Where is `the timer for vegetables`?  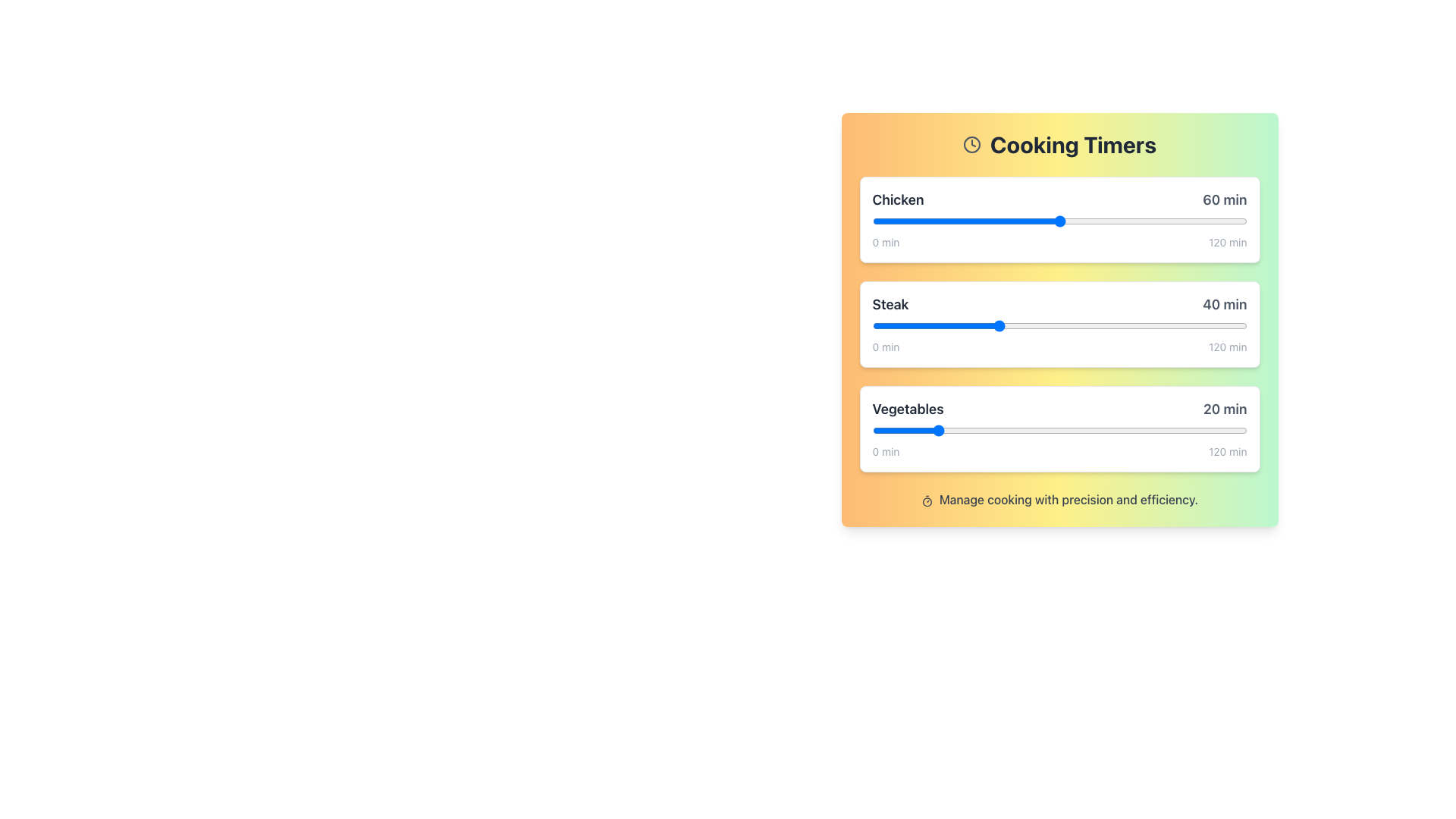
the timer for vegetables is located at coordinates (1147, 430).